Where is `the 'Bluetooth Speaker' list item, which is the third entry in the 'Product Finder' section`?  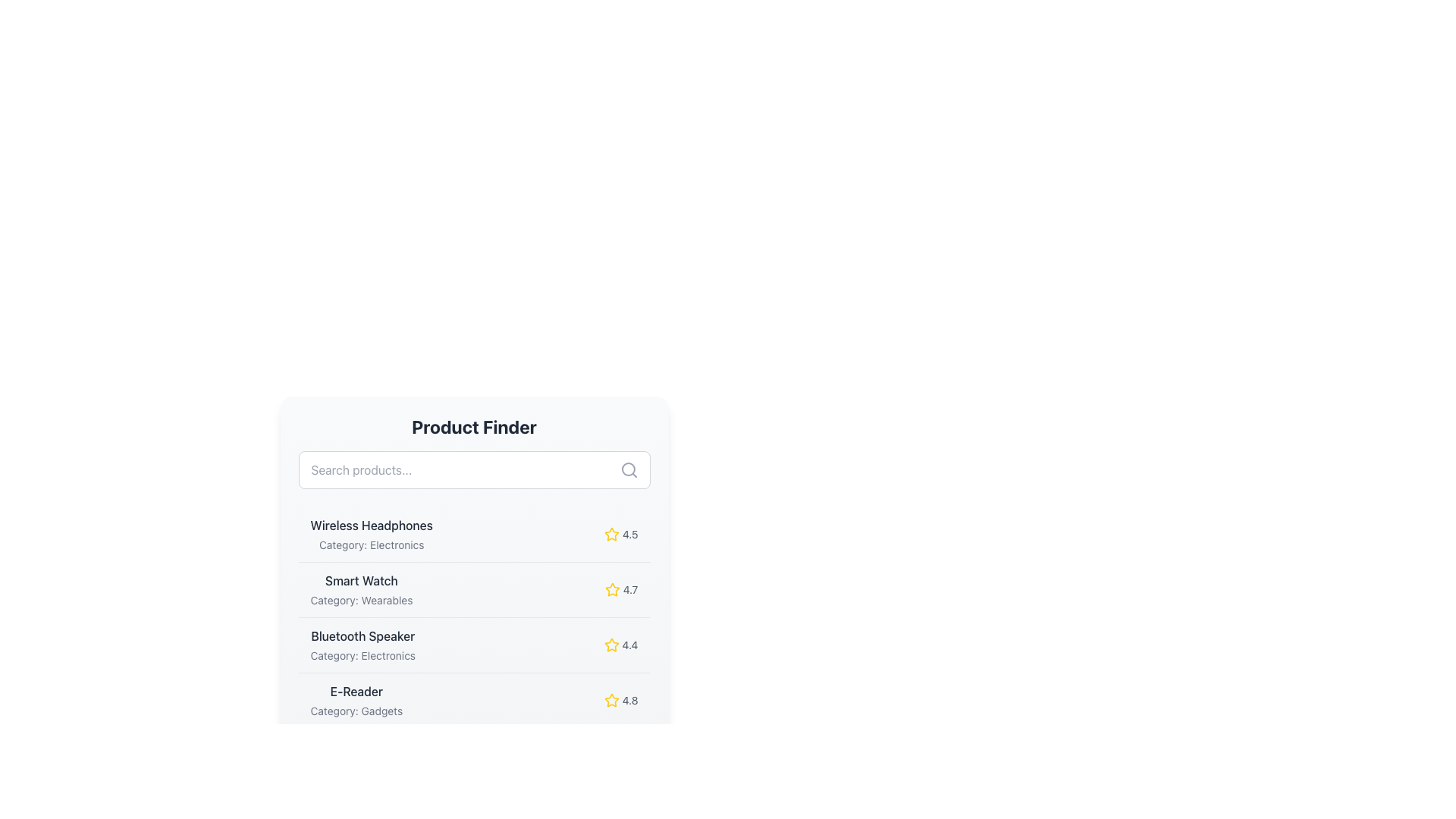
the 'Bluetooth Speaker' list item, which is the third entry in the 'Product Finder' section is located at coordinates (473, 645).